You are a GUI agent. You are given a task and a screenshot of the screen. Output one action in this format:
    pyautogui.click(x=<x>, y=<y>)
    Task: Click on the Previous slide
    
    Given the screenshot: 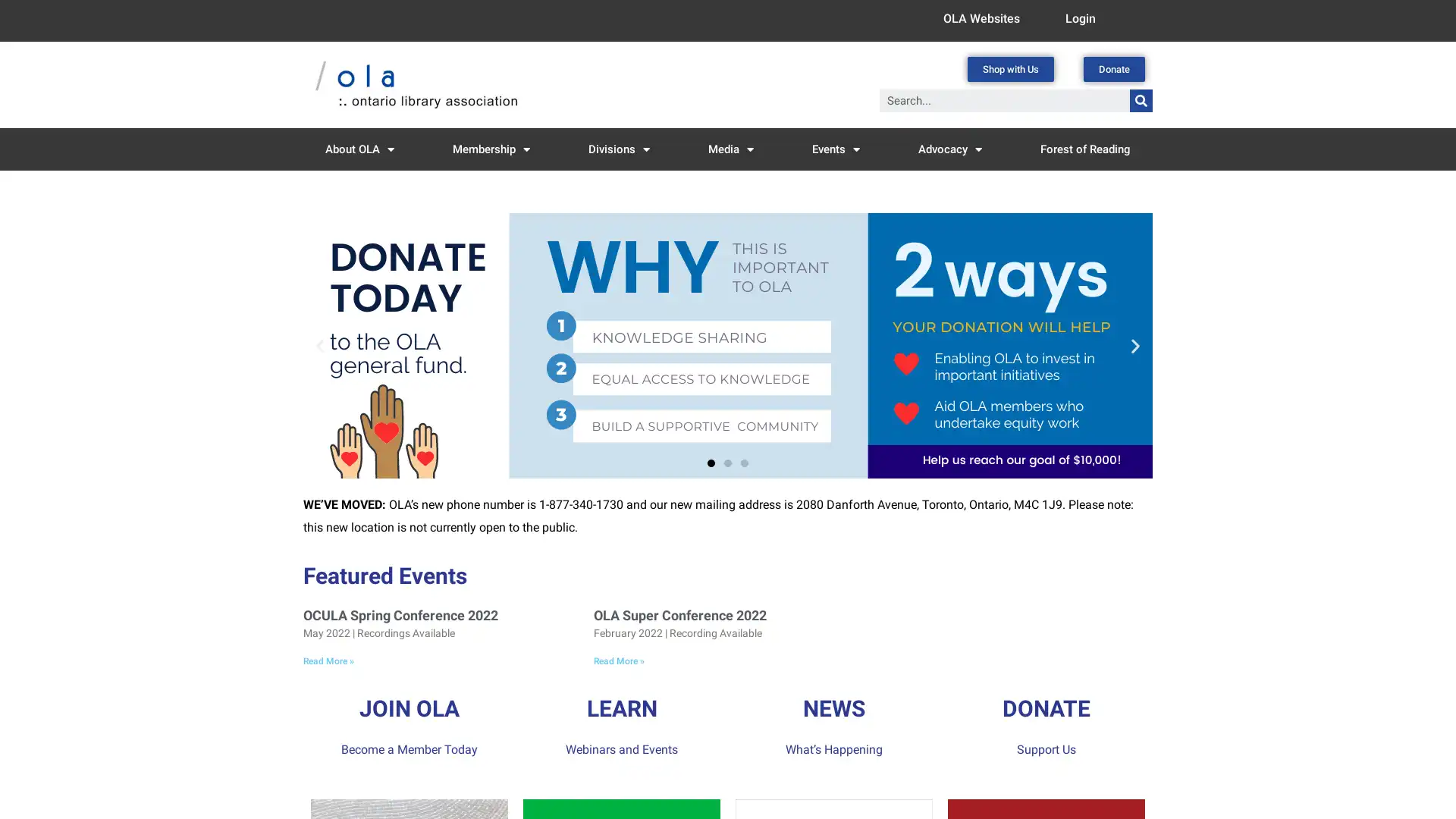 What is the action you would take?
    pyautogui.click(x=319, y=345)
    